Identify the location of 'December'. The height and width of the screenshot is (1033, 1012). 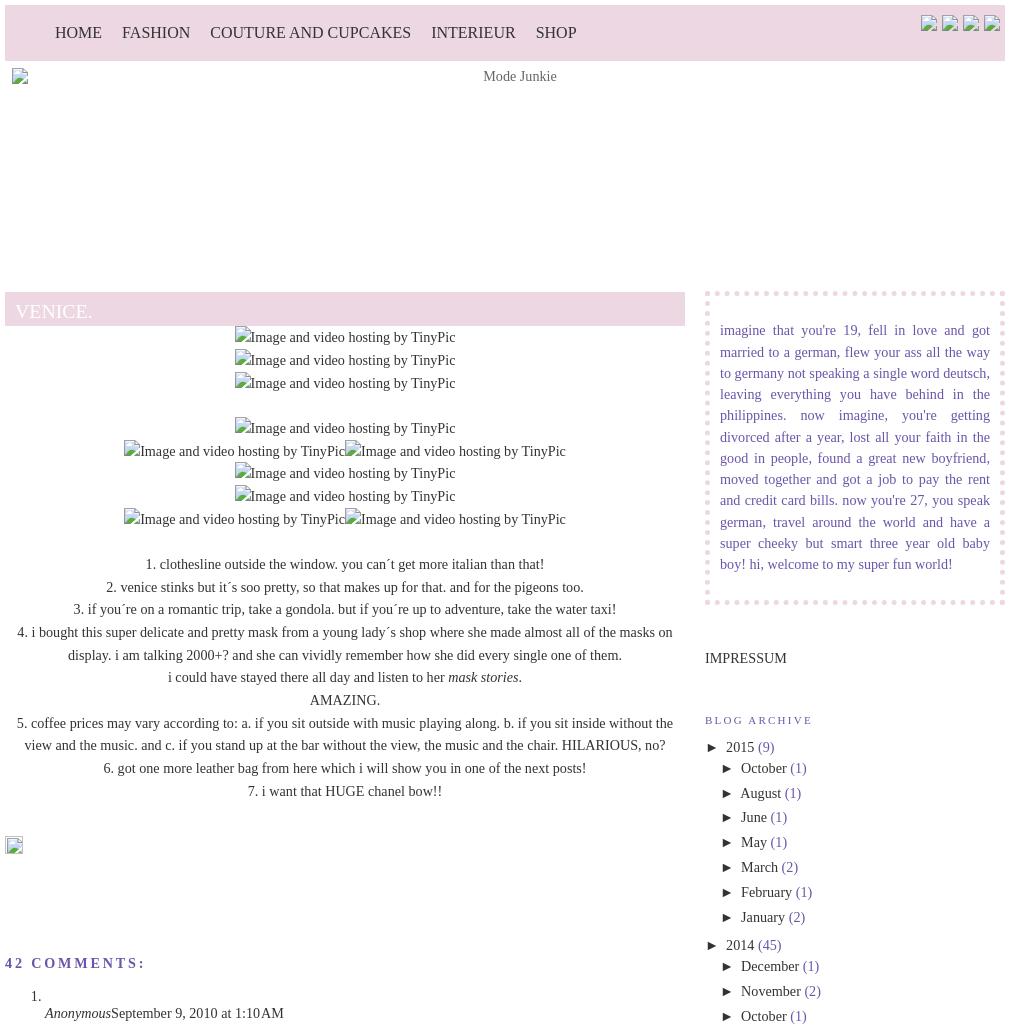
(770, 964).